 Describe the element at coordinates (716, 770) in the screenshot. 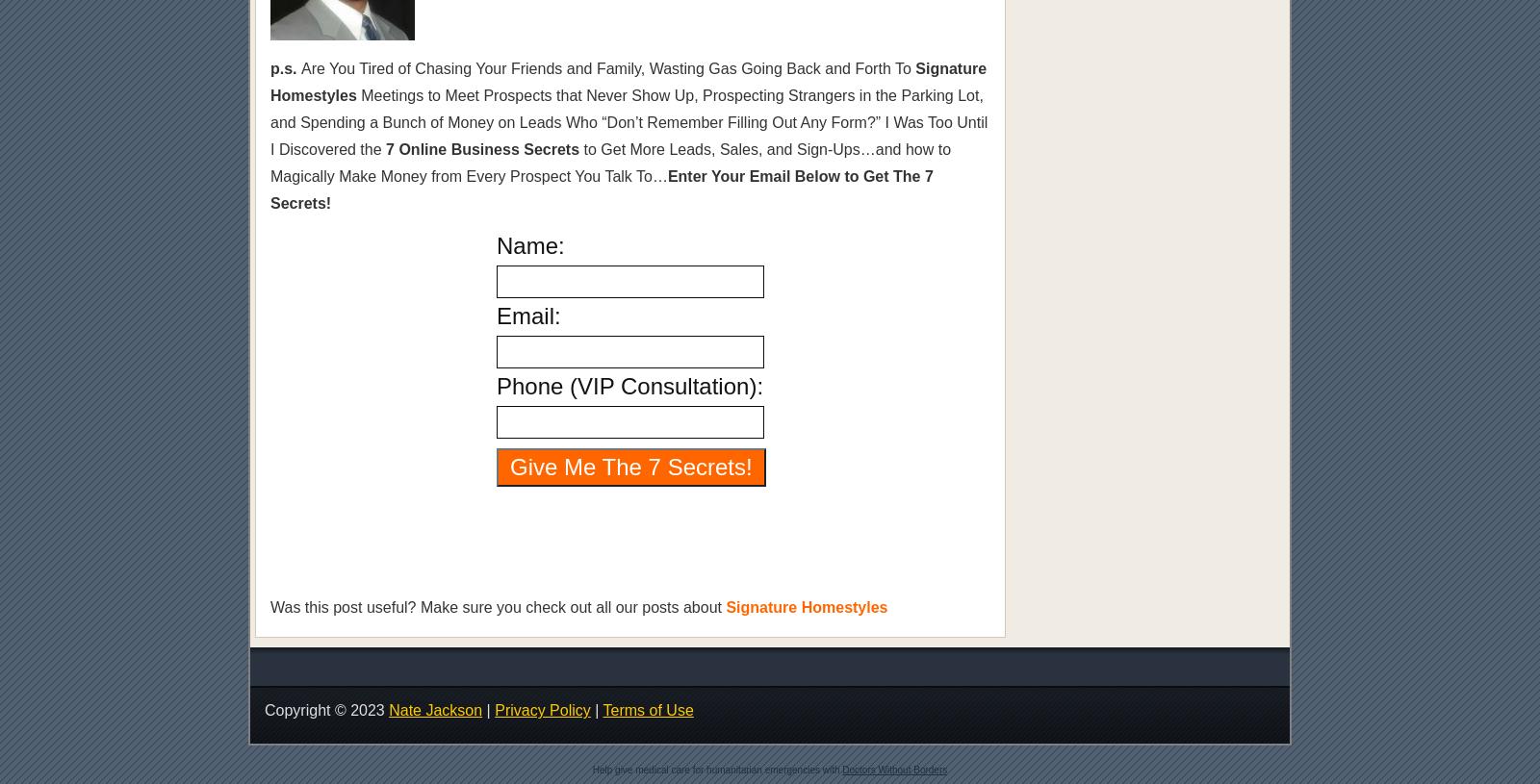

I see `'Help give medical care for humanitarian emergencies with'` at that location.